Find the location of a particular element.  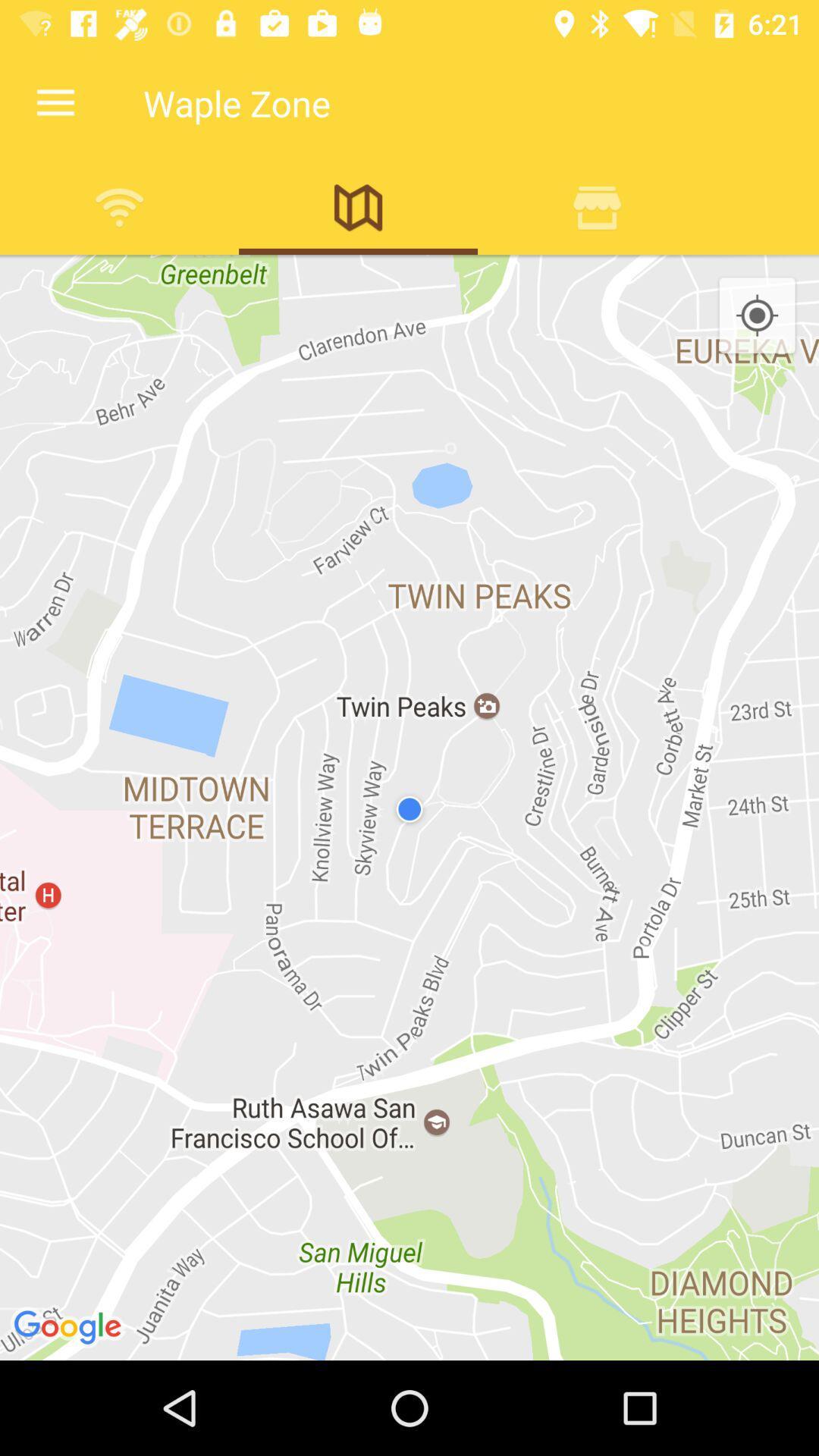

change view mode is located at coordinates (358, 206).